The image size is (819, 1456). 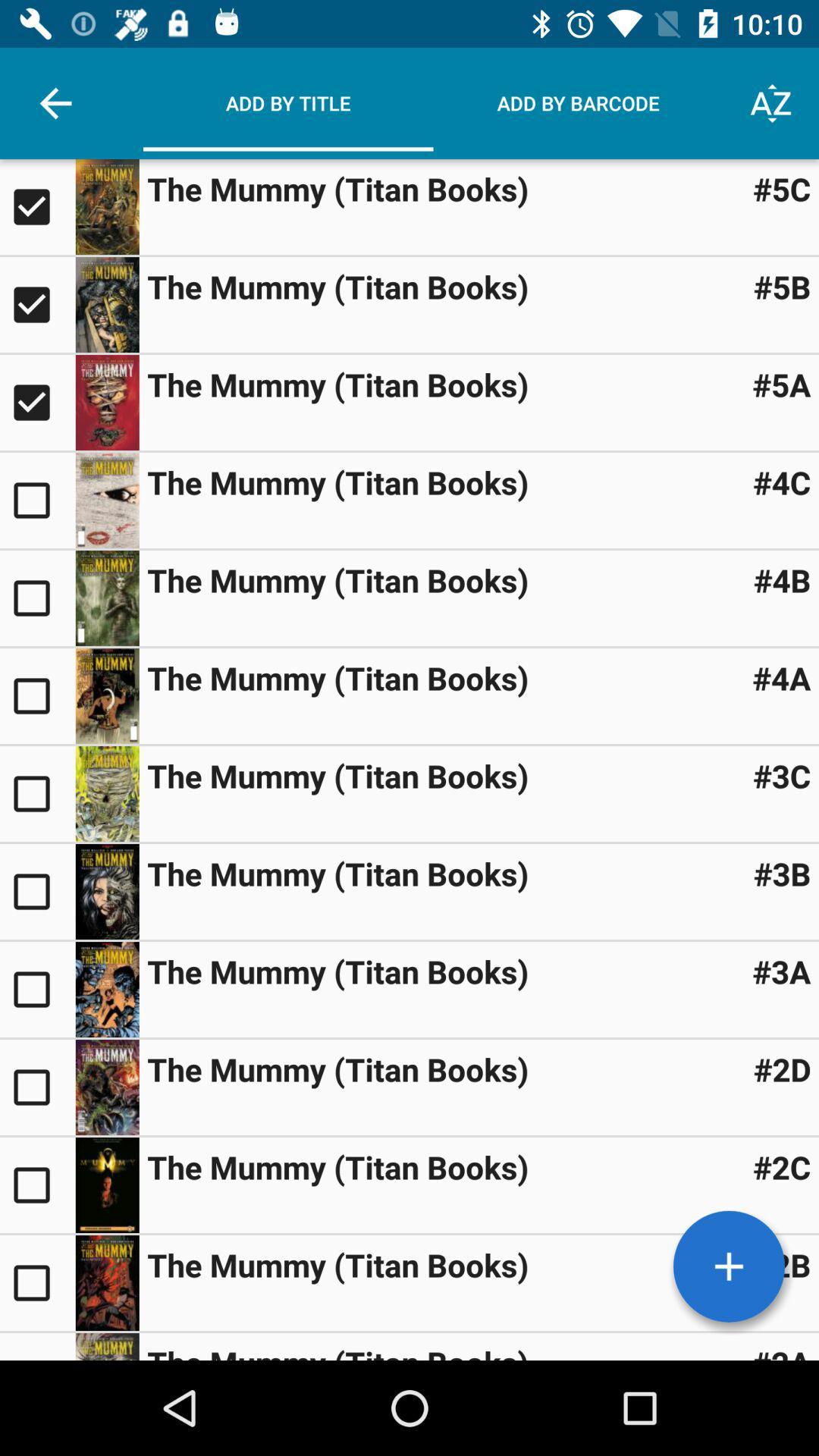 I want to click on look at the cover, so click(x=106, y=892).